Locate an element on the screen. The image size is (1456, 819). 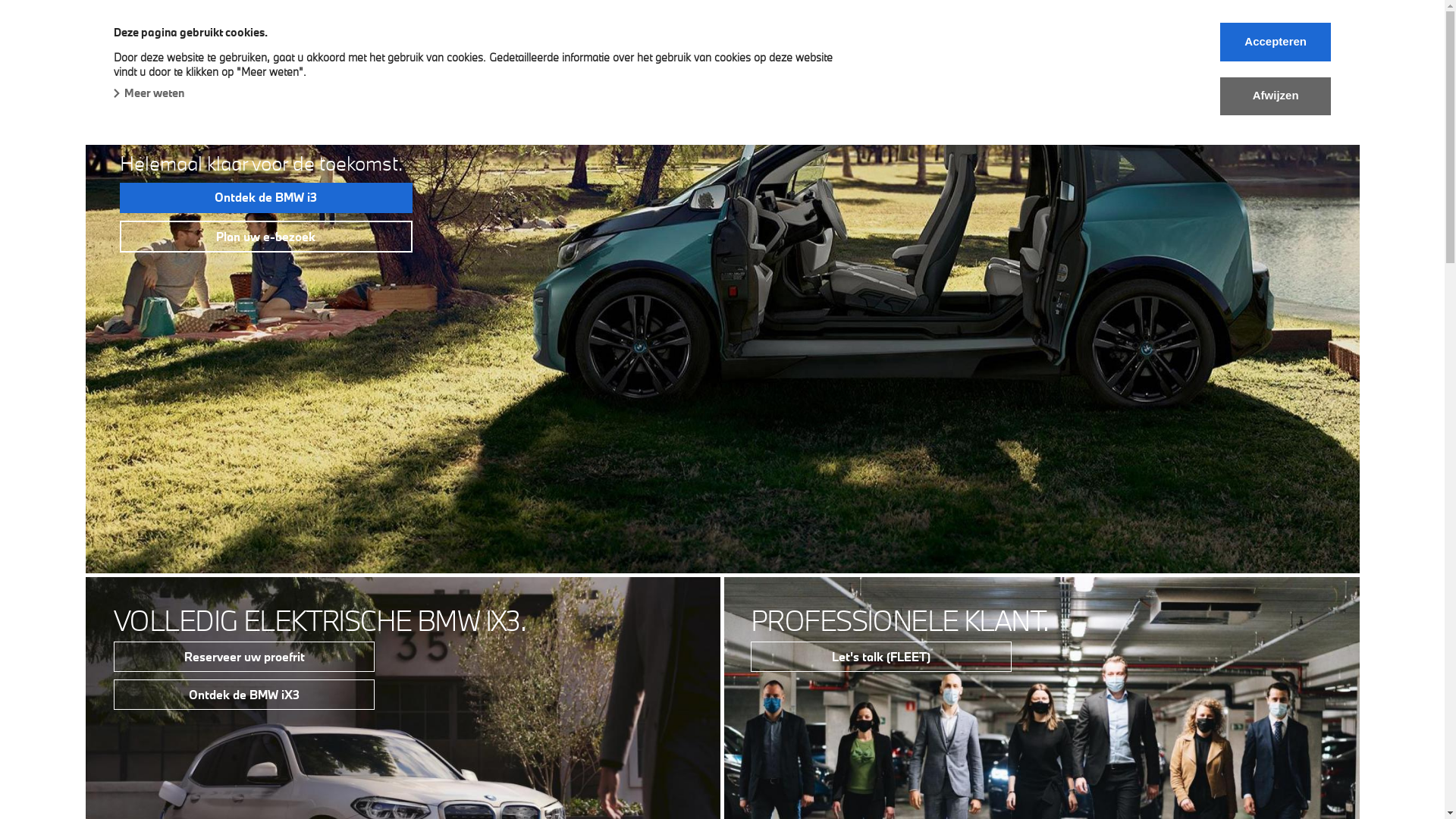
'Accepteren' is located at coordinates (1274, 41).